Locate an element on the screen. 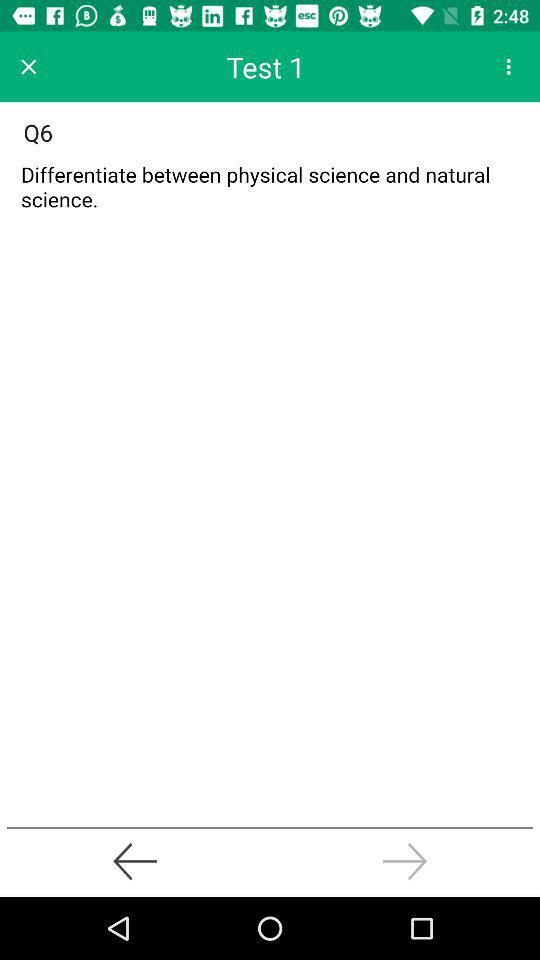  the add is located at coordinates (270, 192).